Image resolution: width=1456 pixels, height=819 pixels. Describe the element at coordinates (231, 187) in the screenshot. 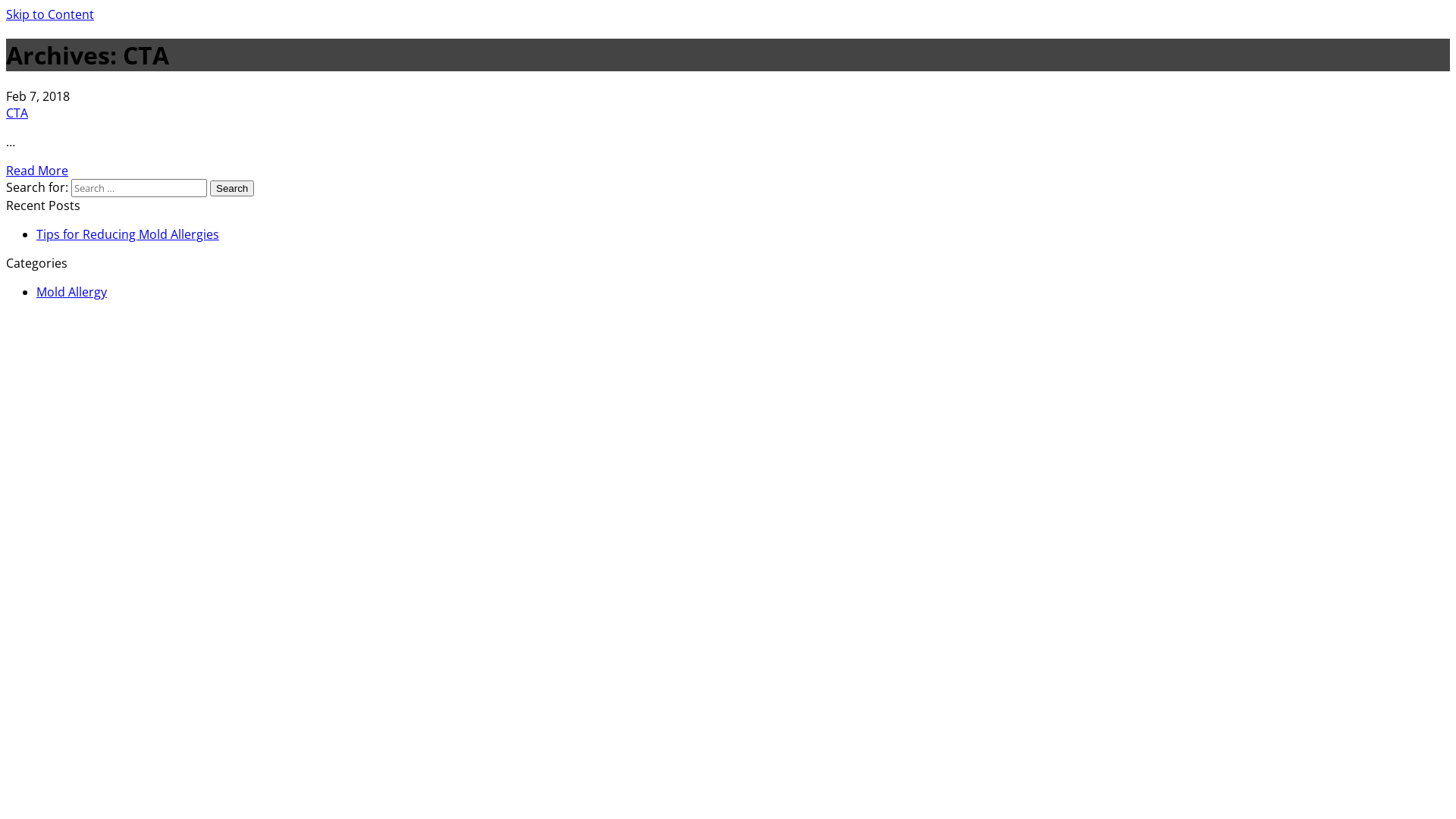

I see `'Search'` at that location.